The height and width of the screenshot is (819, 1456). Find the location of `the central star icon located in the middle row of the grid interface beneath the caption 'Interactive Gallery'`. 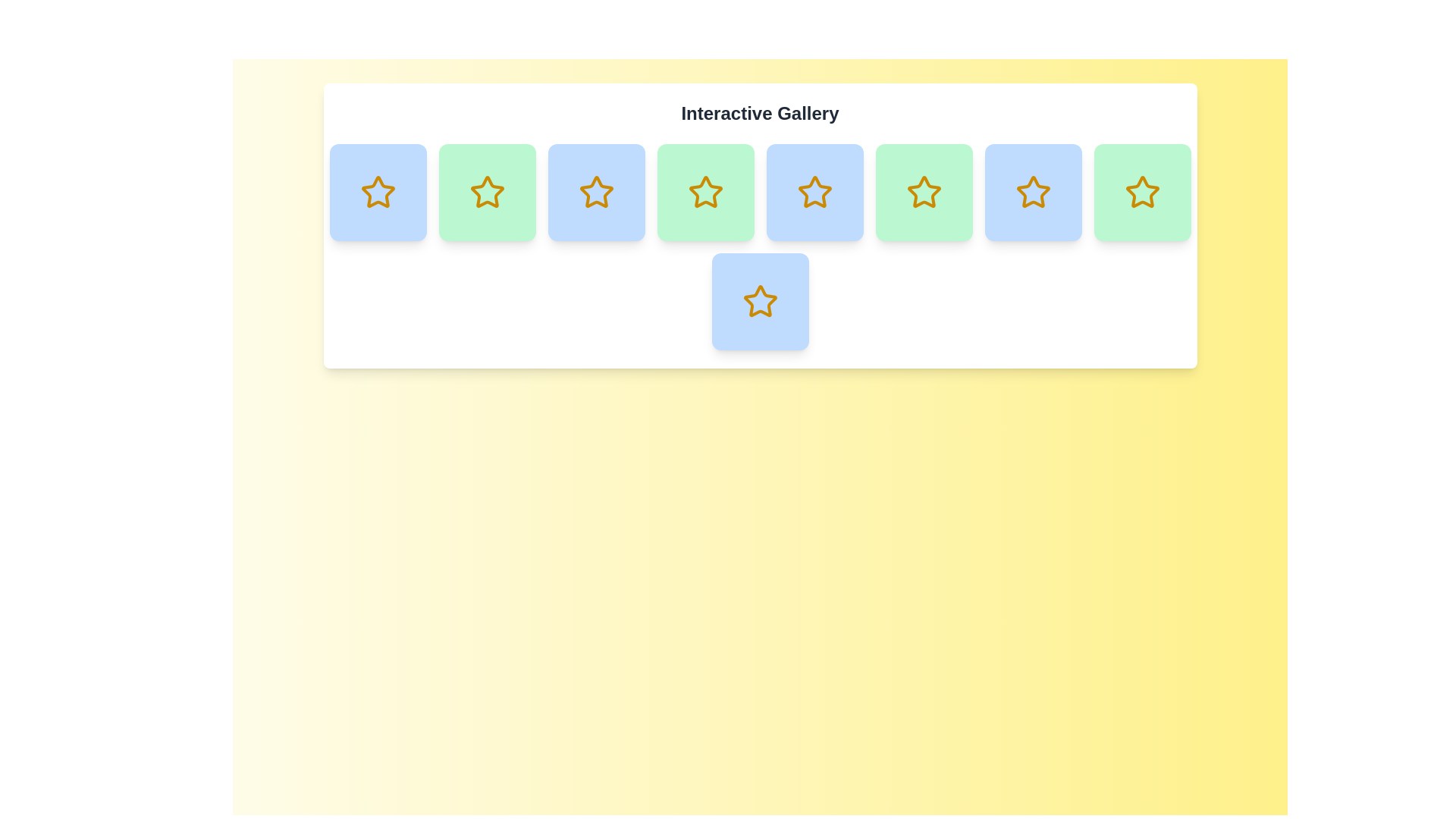

the central star icon located in the middle row of the grid interface beneath the caption 'Interactive Gallery' is located at coordinates (760, 301).